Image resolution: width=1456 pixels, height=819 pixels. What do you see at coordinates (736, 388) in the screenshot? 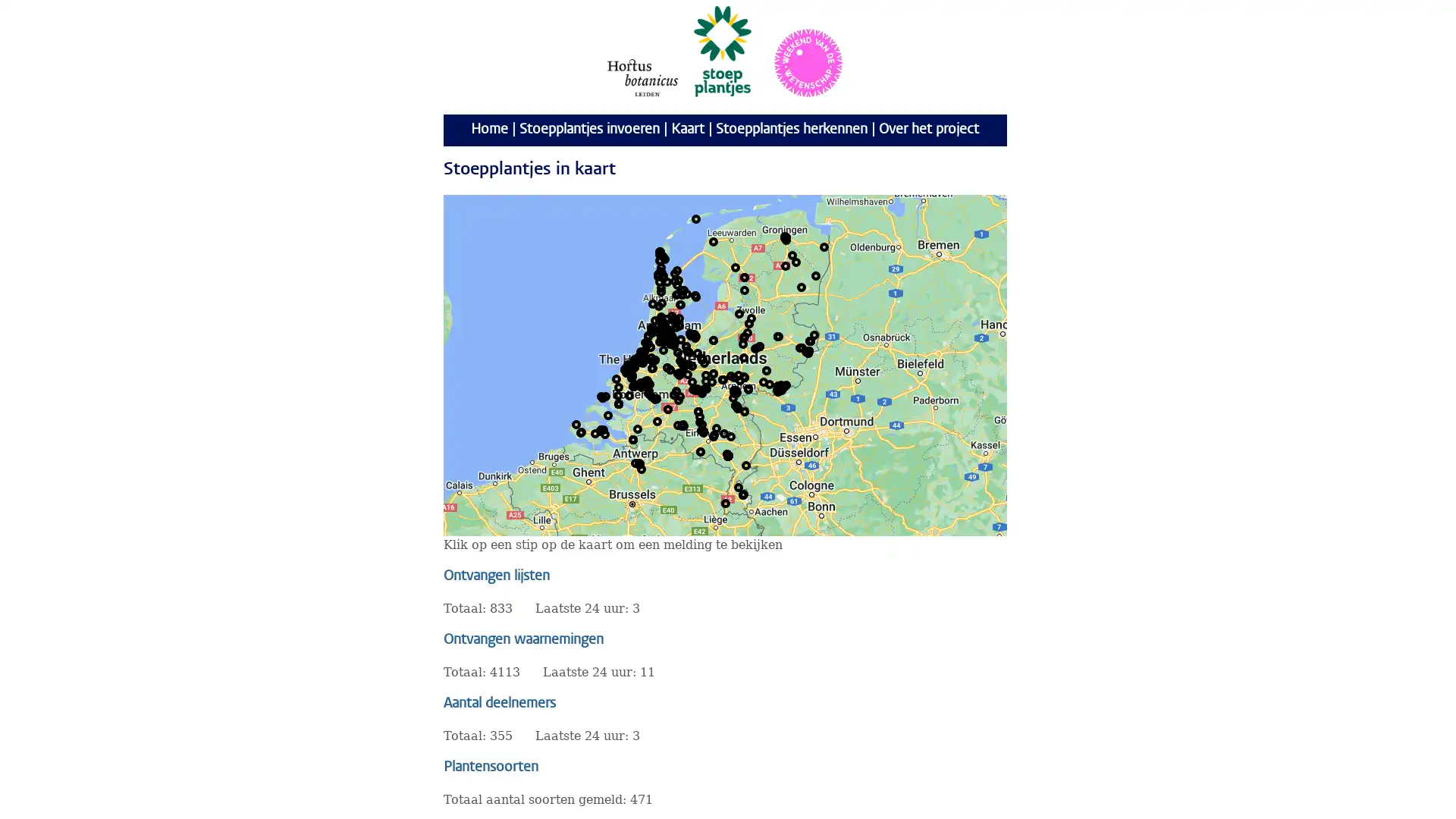
I see `Telling van op 23 mei 2022` at bounding box center [736, 388].